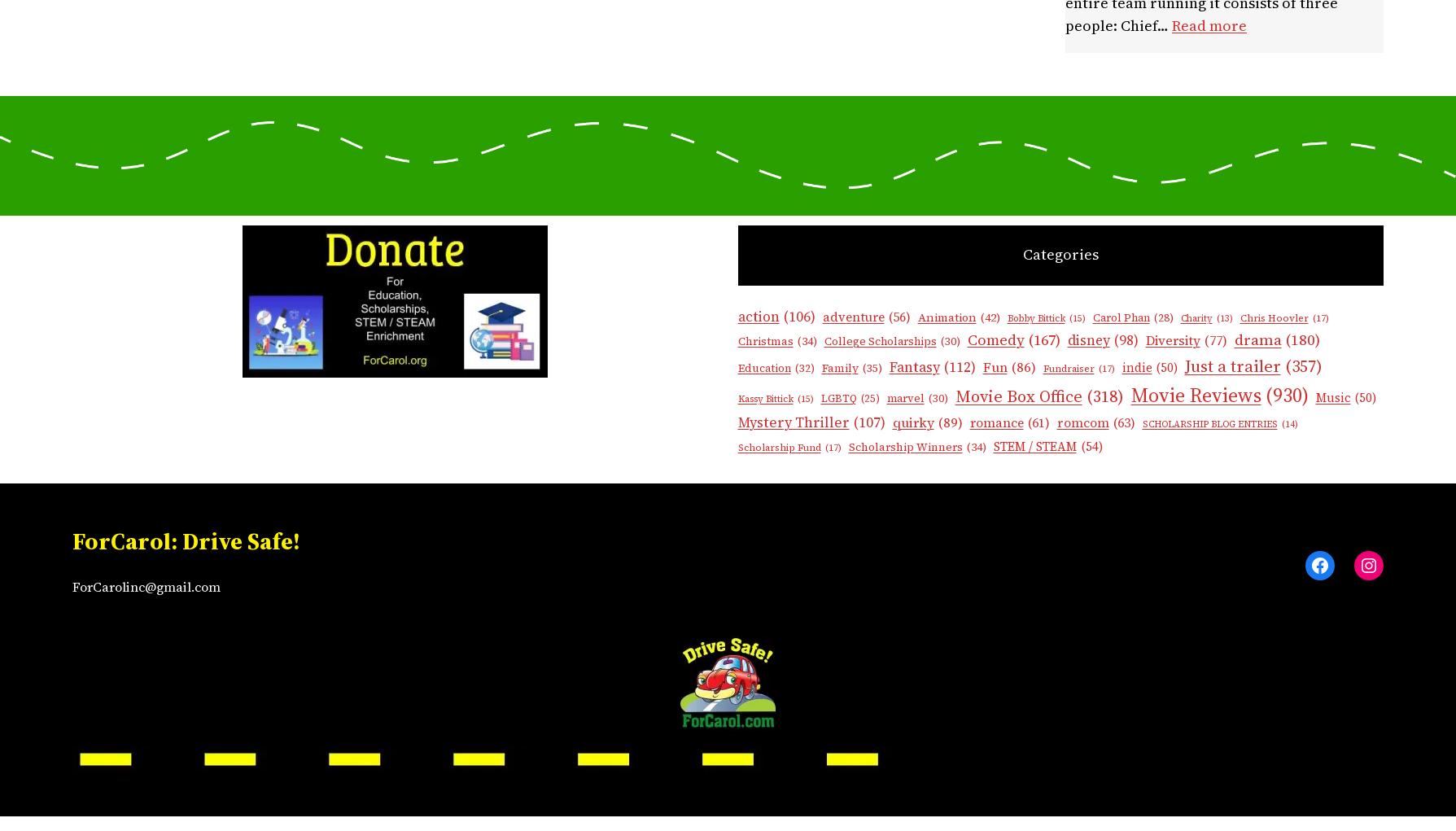 This screenshot has height=831, width=1456. What do you see at coordinates (757, 315) in the screenshot?
I see `'action'` at bounding box center [757, 315].